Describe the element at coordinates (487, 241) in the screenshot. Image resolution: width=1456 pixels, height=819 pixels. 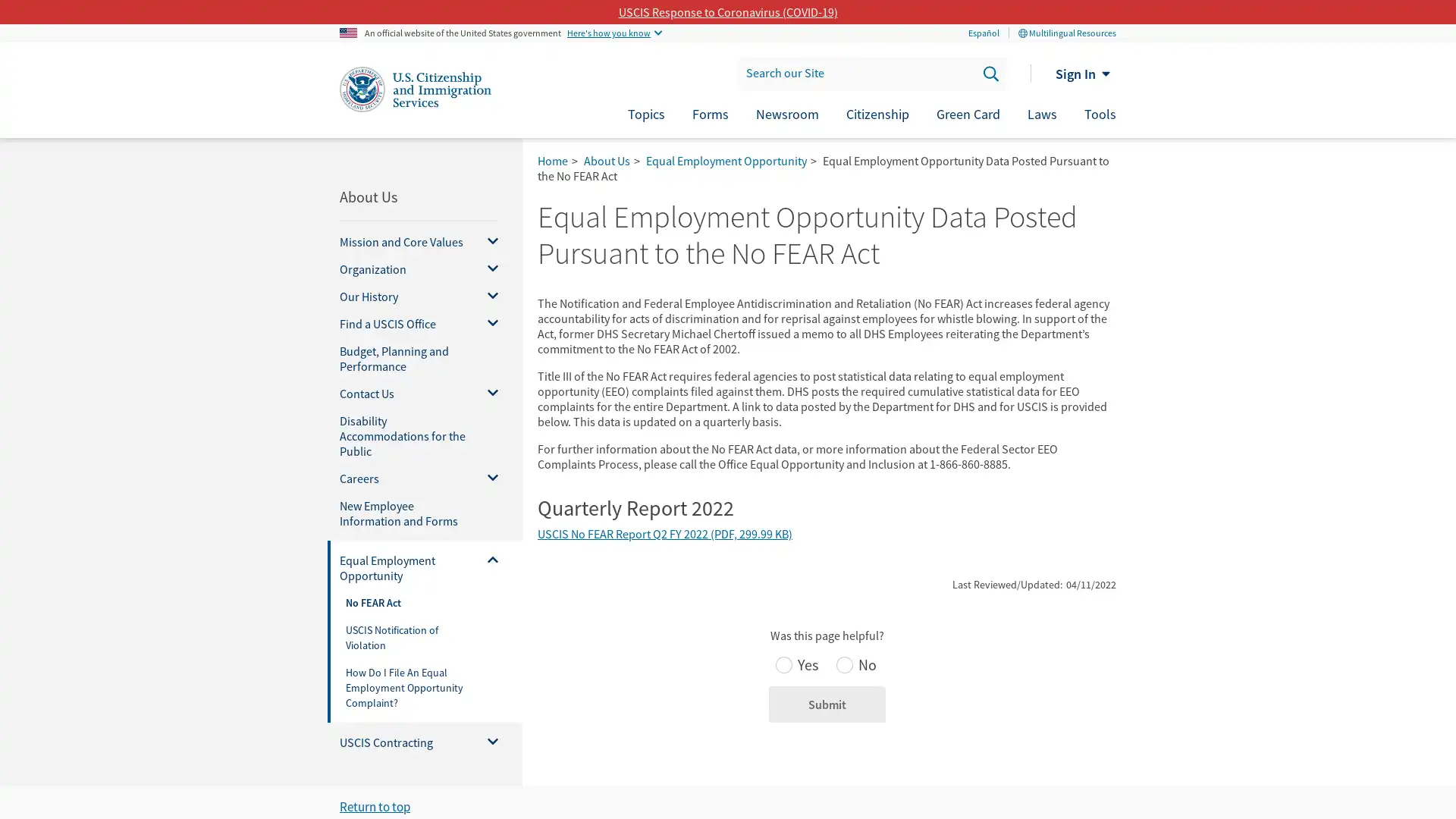
I see `Toggle menu for Mission and Core Values` at that location.